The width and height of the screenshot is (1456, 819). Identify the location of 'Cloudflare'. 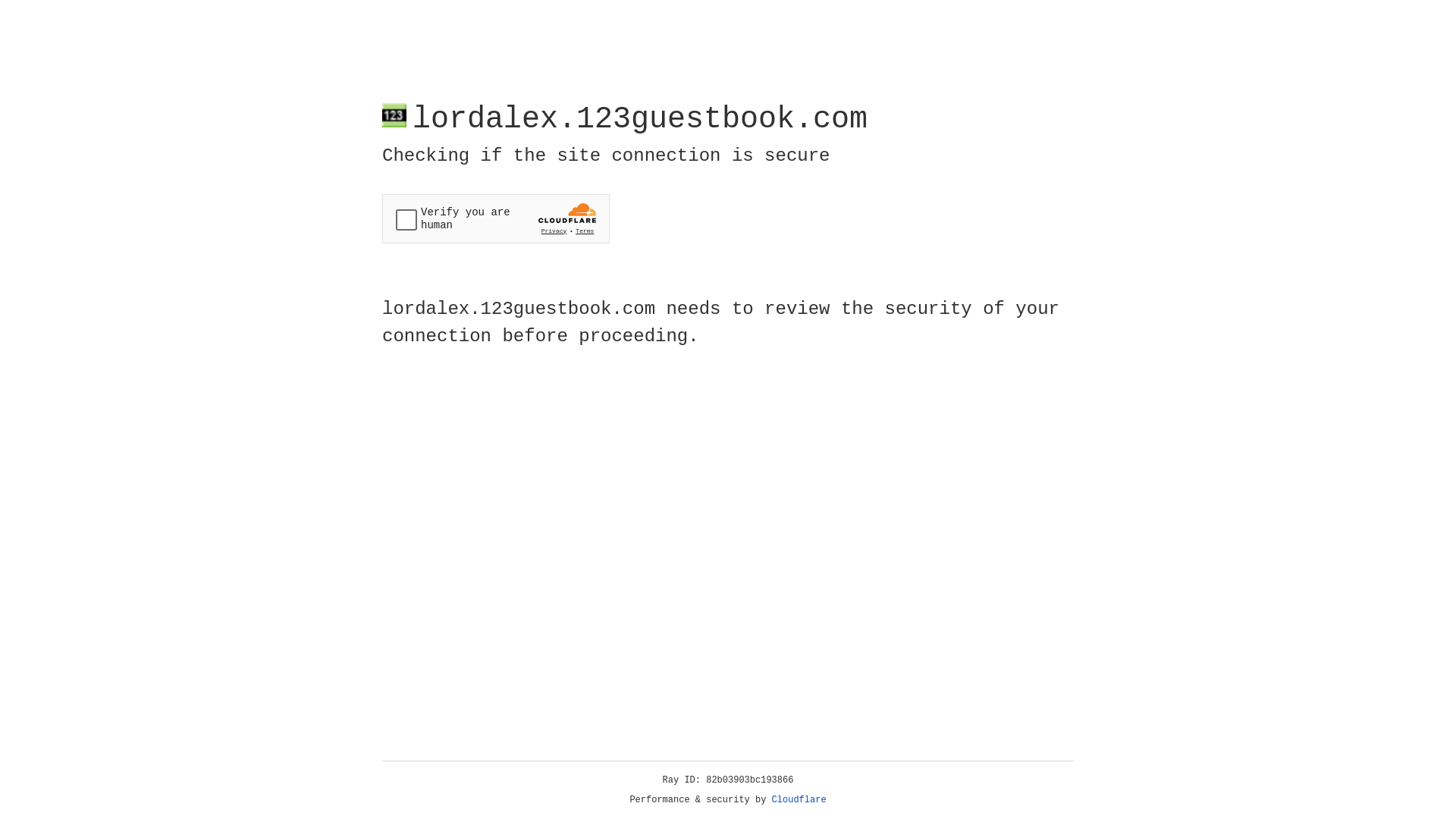
(799, 799).